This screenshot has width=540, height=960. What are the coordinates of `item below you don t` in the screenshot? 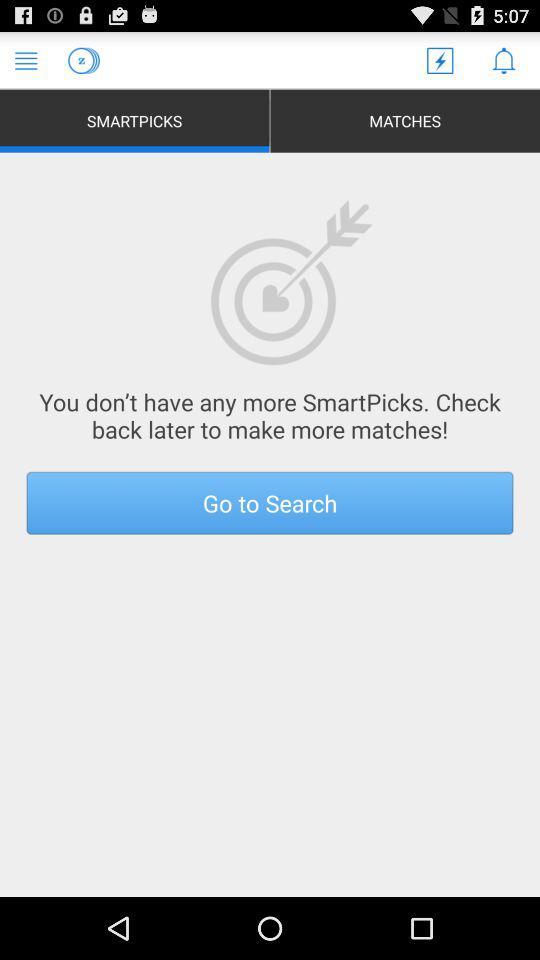 It's located at (270, 502).